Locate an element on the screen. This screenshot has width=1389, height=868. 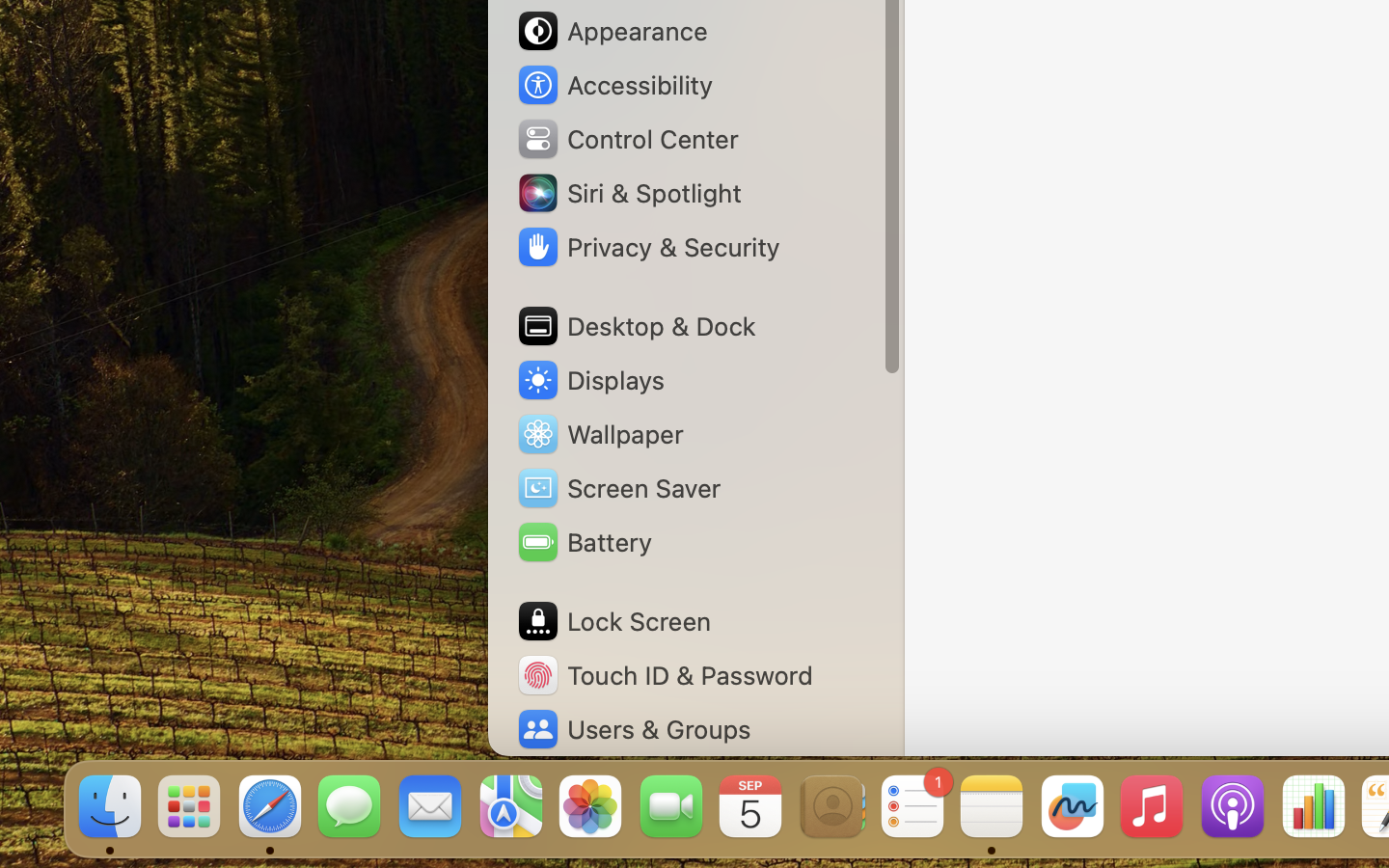
'Screen Saver' is located at coordinates (616, 486).